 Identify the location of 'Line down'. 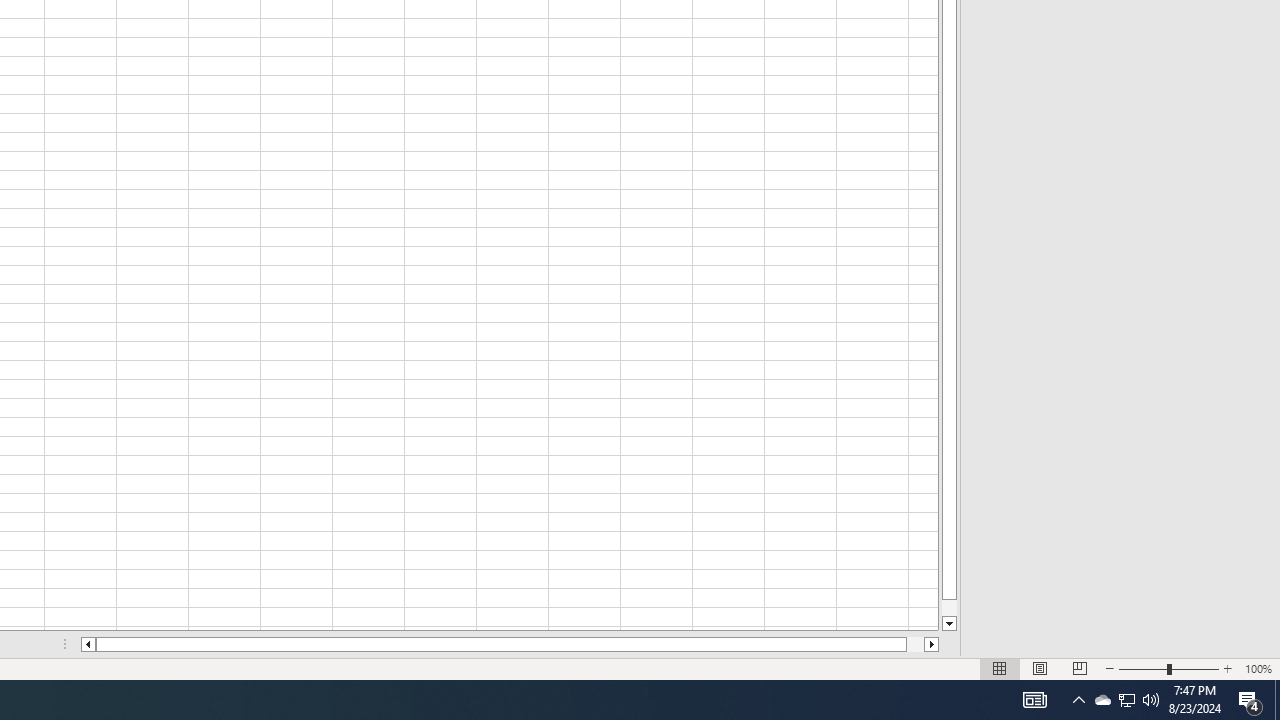
(948, 623).